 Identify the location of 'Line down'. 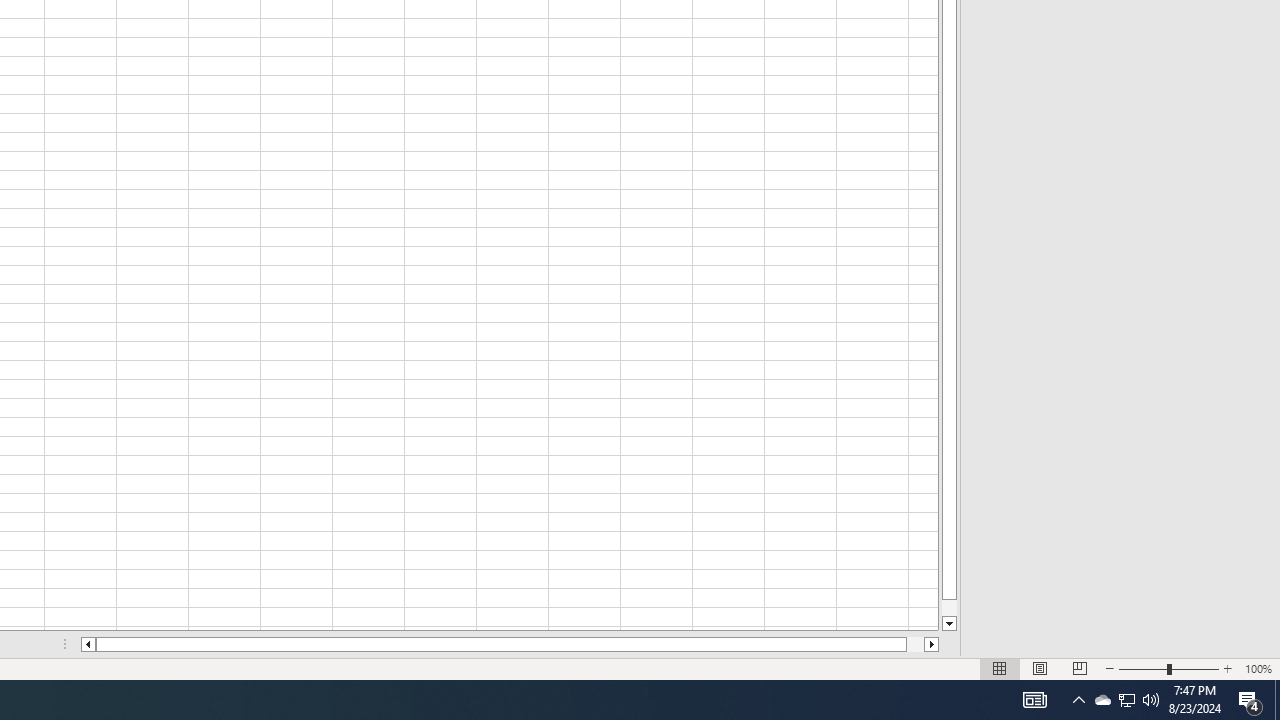
(948, 623).